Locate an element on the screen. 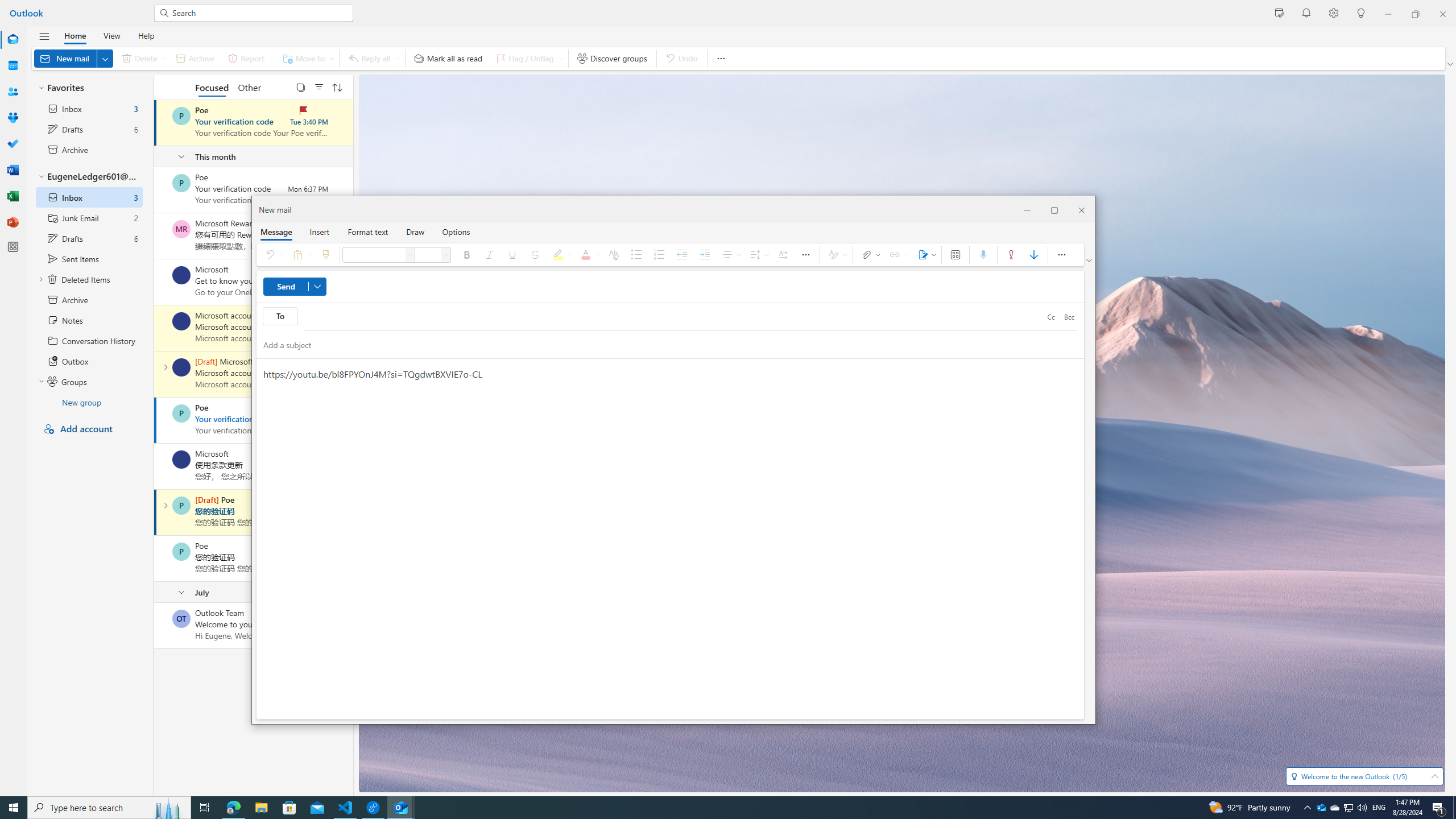 This screenshot has width=1456, height=819. 'Ribbon display options' is located at coordinates (1089, 259).